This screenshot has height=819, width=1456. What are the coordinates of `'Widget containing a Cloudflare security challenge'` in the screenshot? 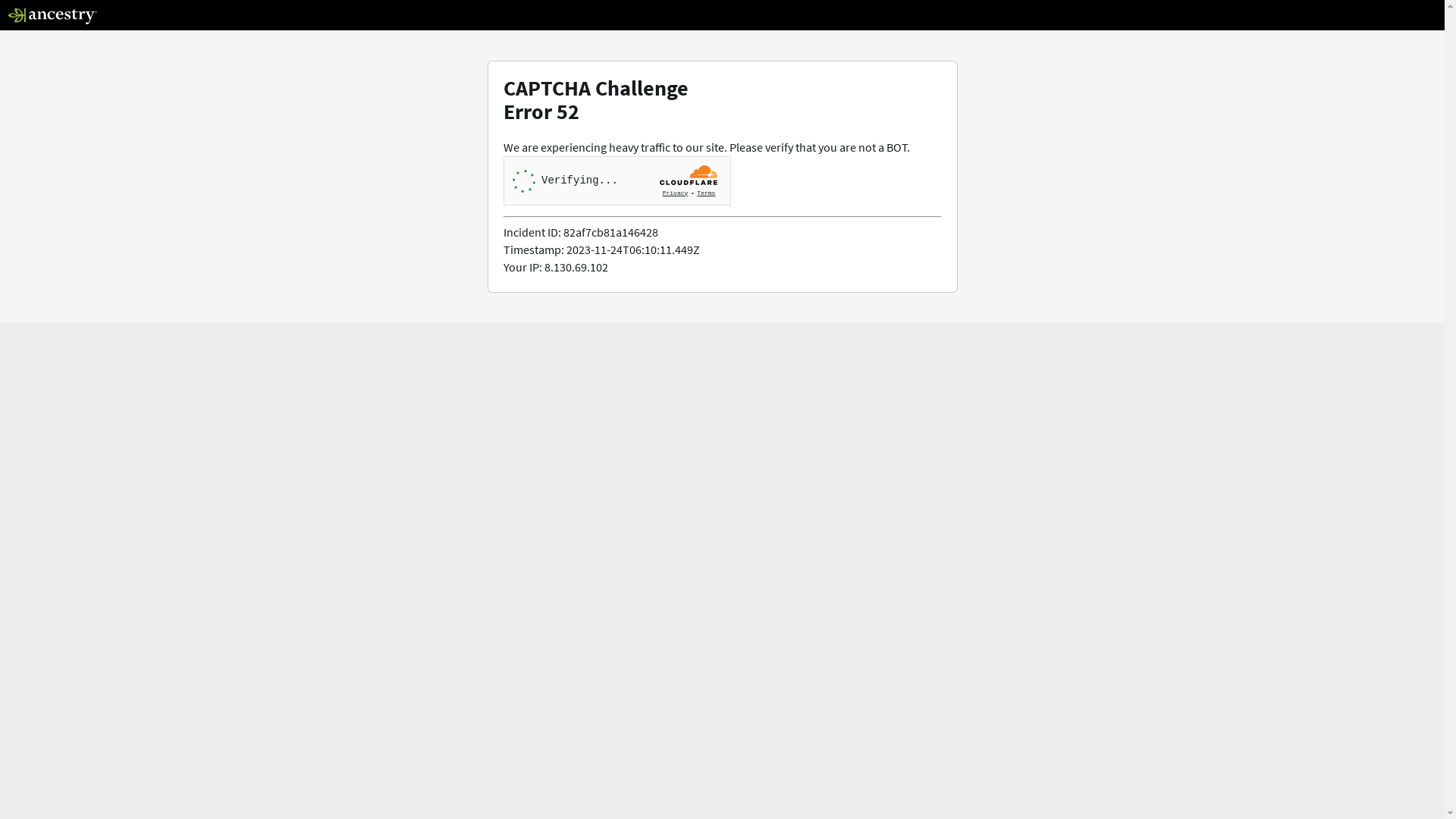 It's located at (617, 180).